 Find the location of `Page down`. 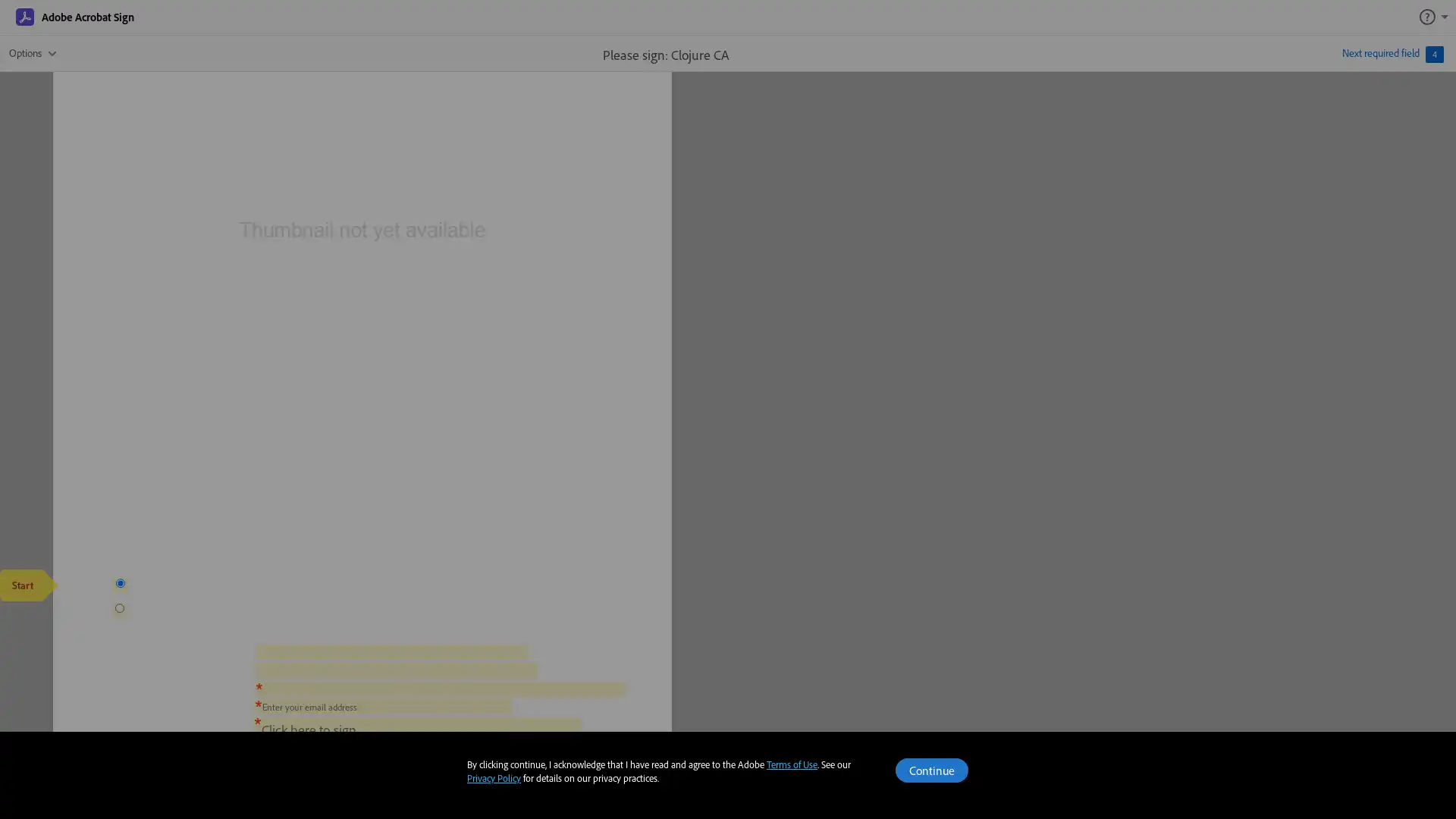

Page down is located at coordinates (656, 766).